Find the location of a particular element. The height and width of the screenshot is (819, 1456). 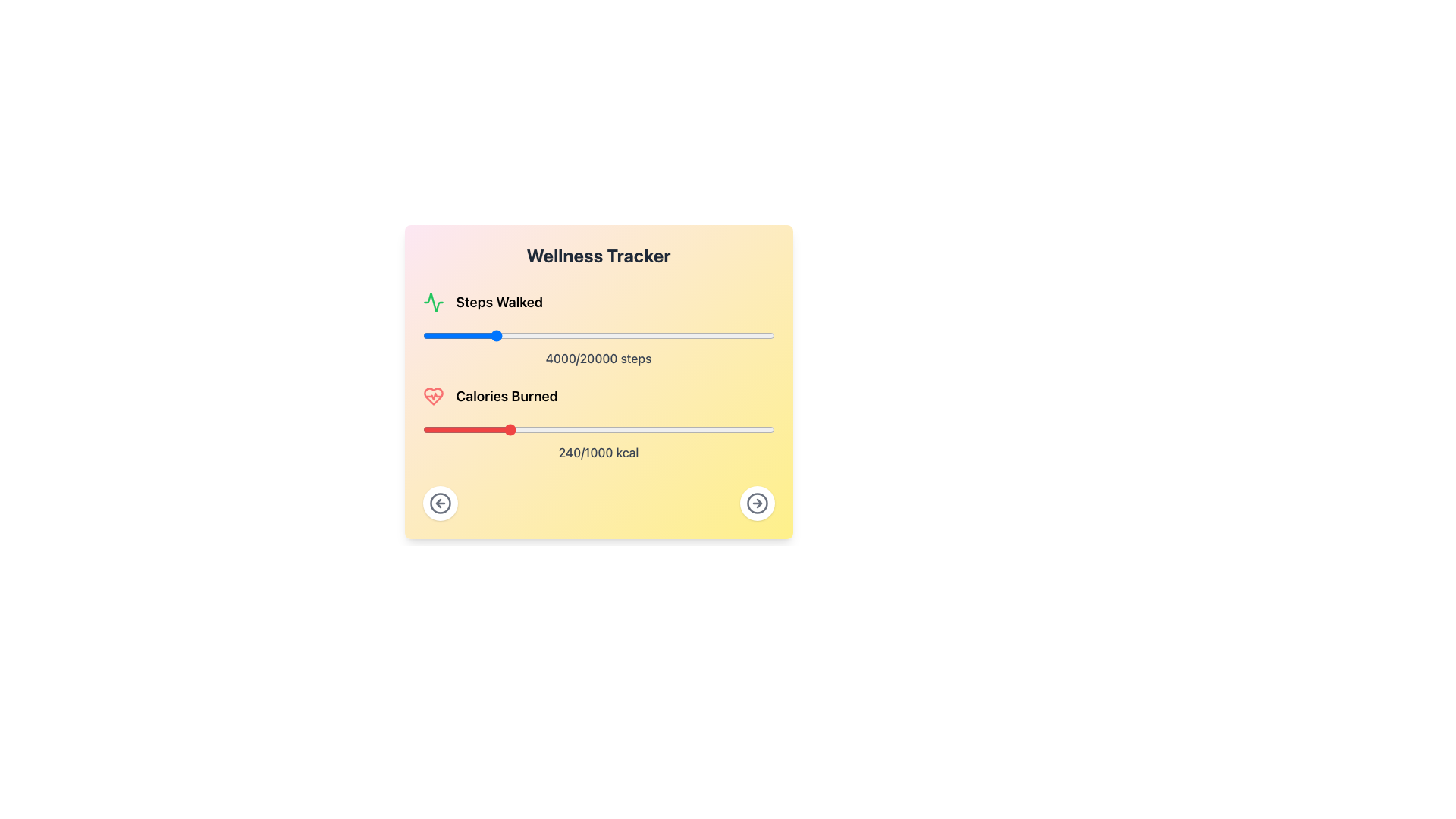

the left-facing arrow icon within the circular button located at the bottom-left corner of the Wellness Tracker interface is located at coordinates (437, 503).